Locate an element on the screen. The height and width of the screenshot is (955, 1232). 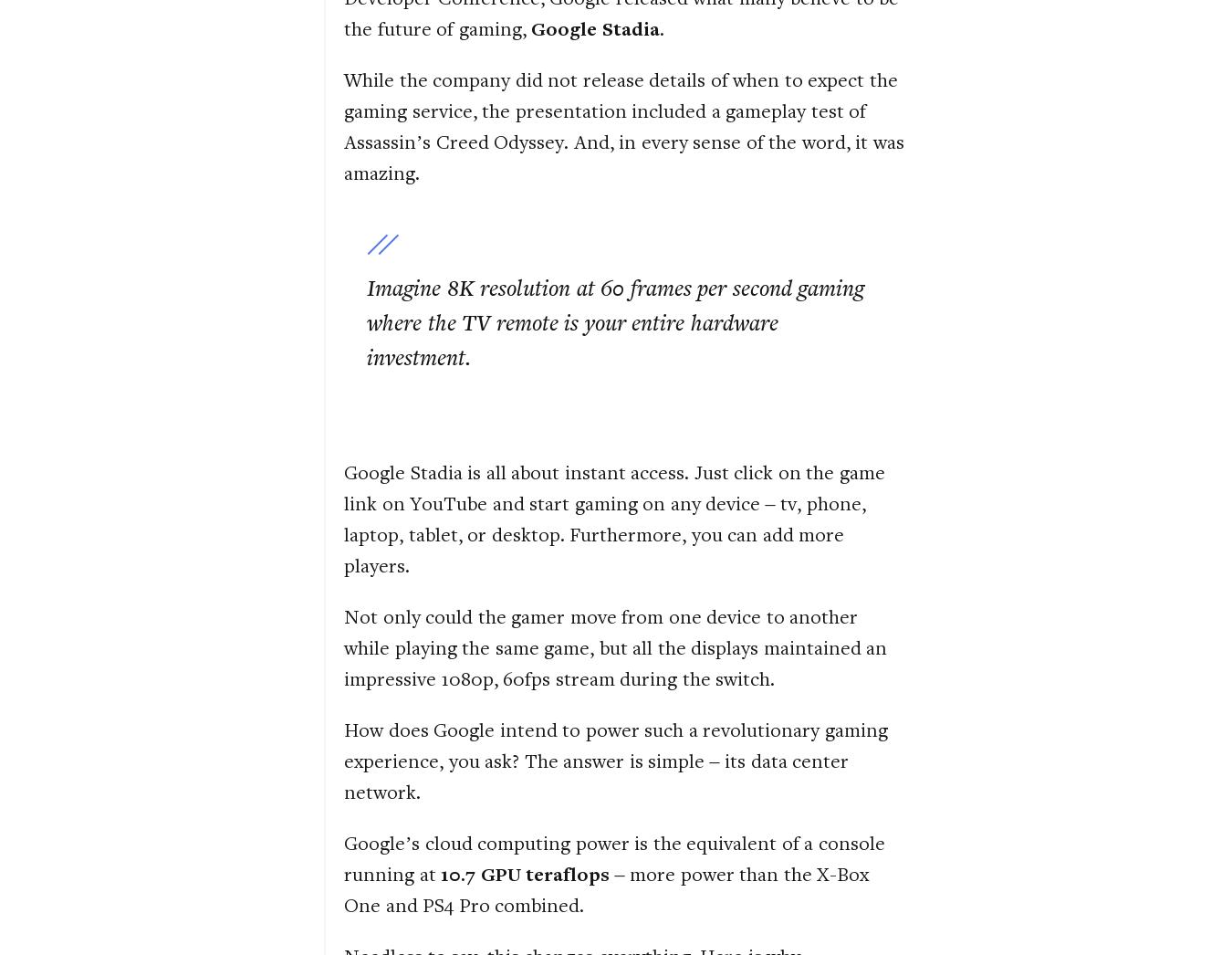
'– more power than the X-Box One and PS4 Pro combined.' is located at coordinates (606, 887).